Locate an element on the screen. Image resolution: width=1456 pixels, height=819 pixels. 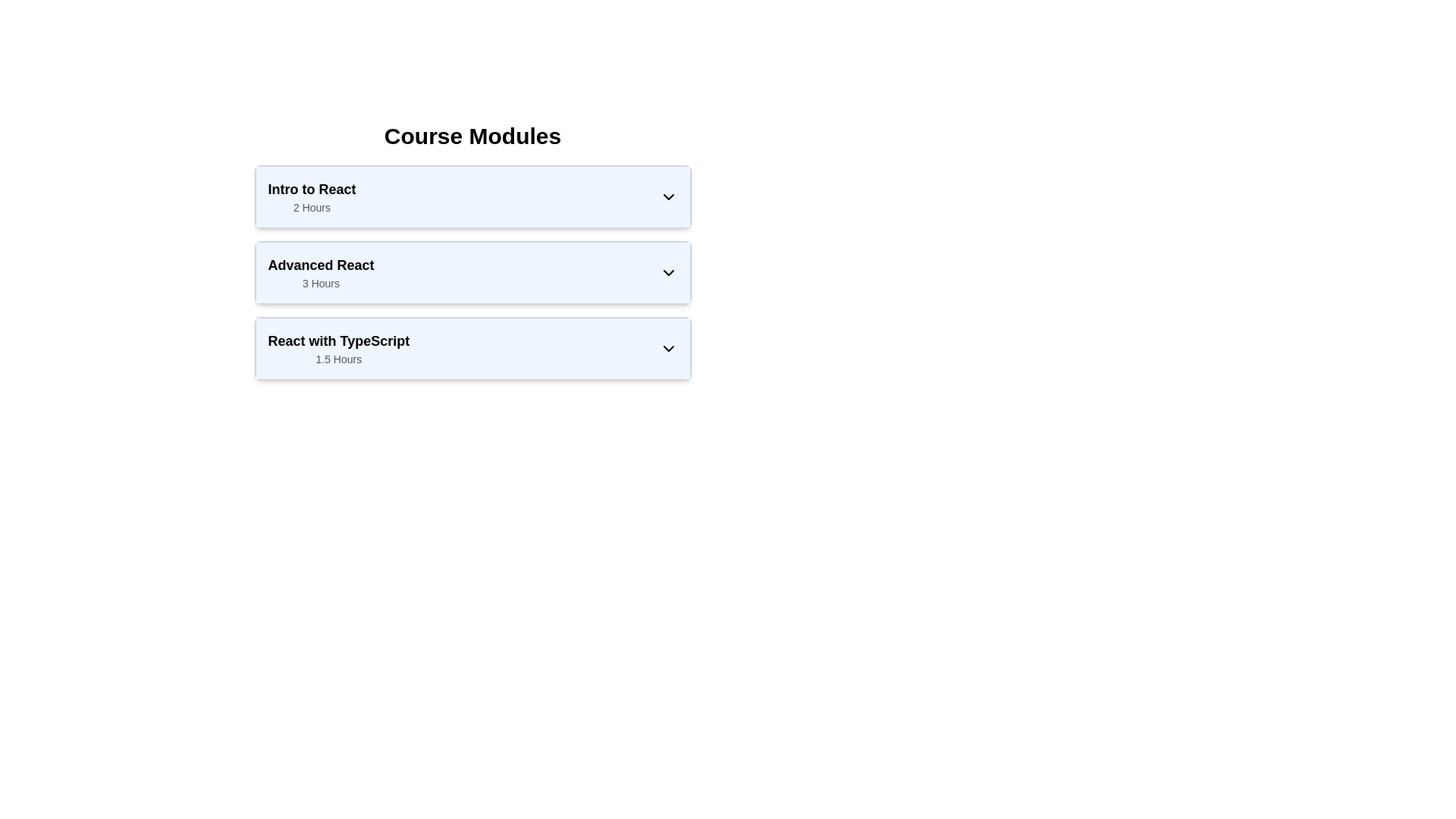
the 'Advanced React' course module list item to interact or expand its details is located at coordinates (472, 259).